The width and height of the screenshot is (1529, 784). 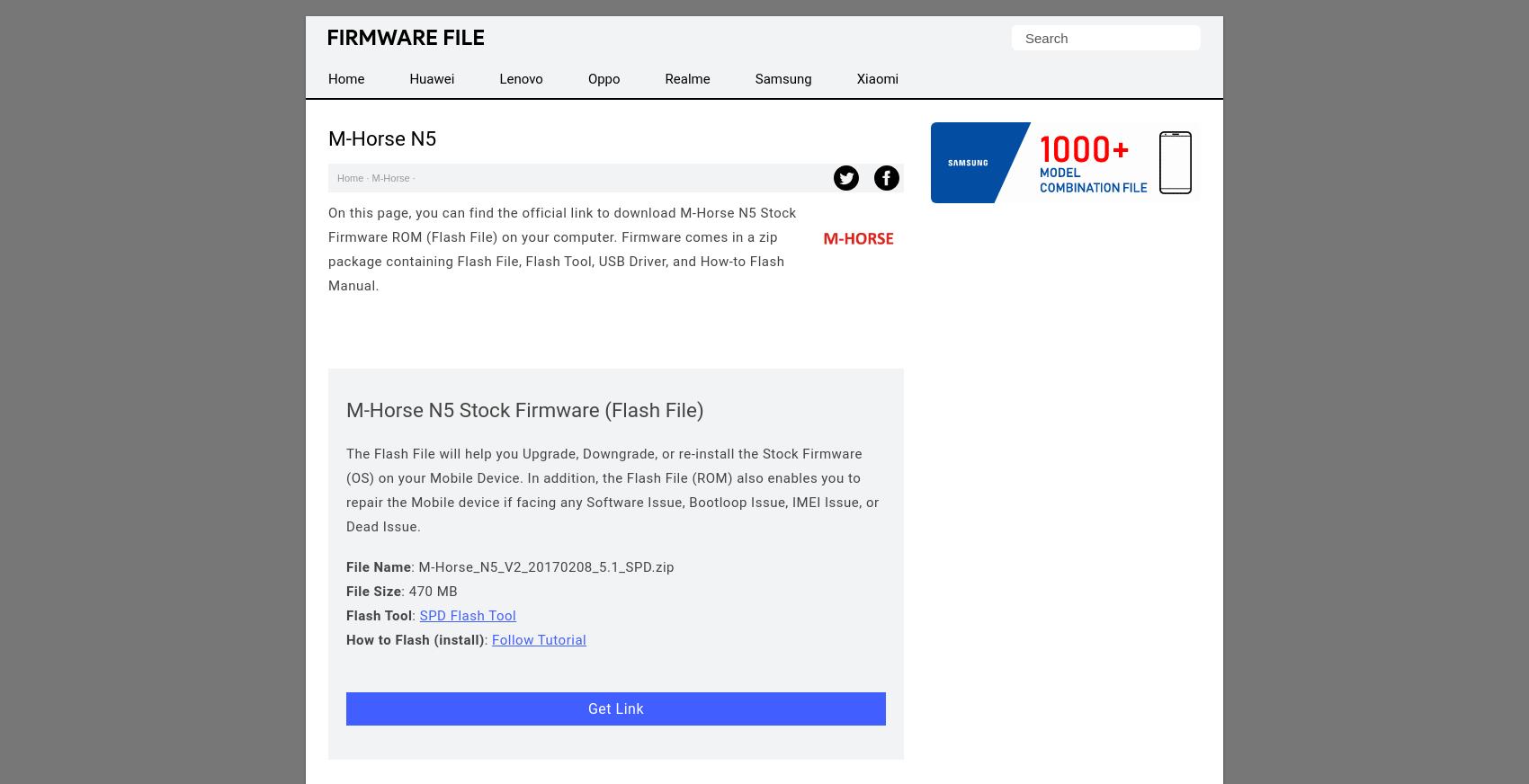 What do you see at coordinates (468, 615) in the screenshot?
I see `'SPD Flash Tool'` at bounding box center [468, 615].